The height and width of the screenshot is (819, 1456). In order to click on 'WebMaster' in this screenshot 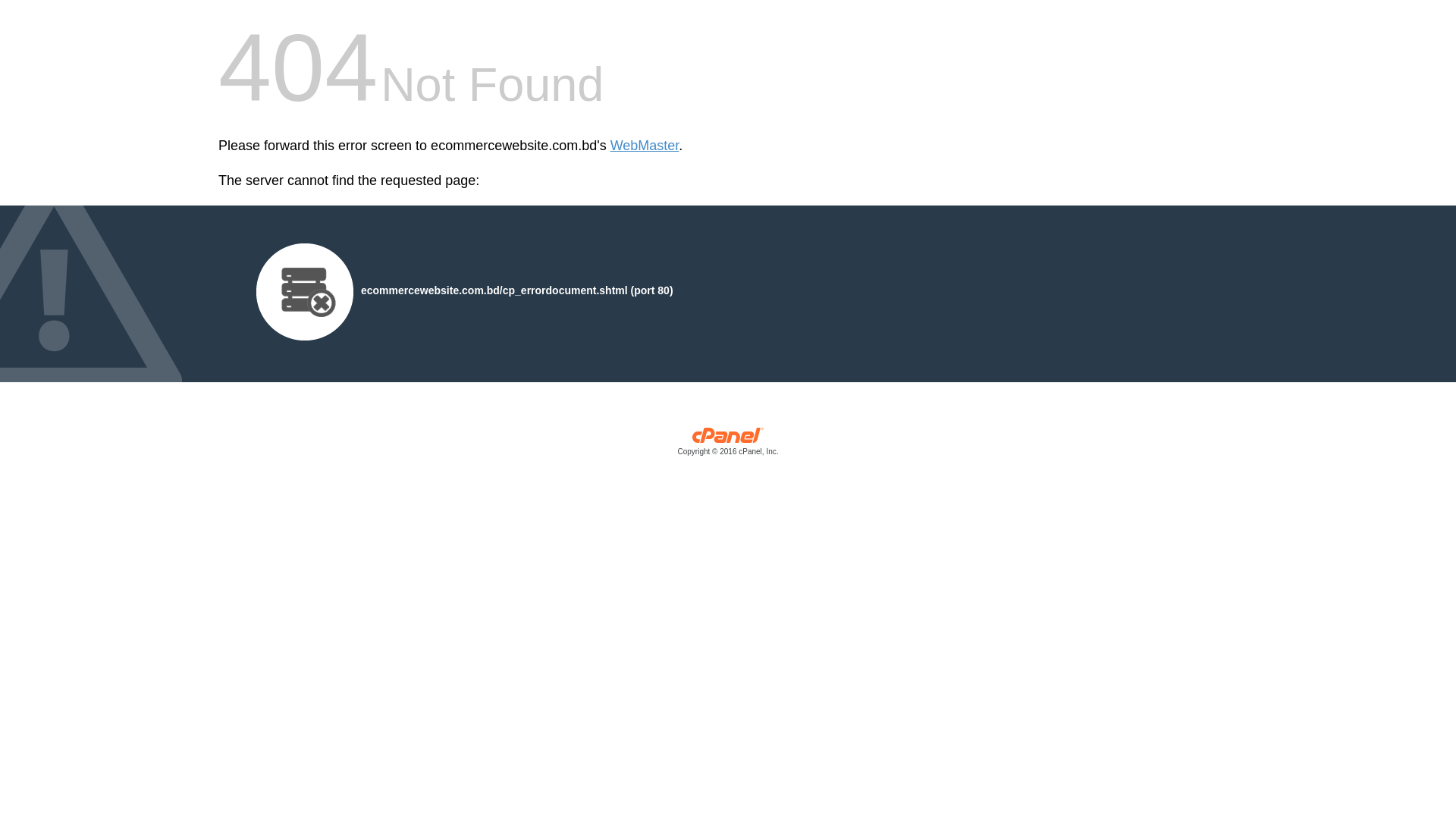, I will do `click(645, 146)`.